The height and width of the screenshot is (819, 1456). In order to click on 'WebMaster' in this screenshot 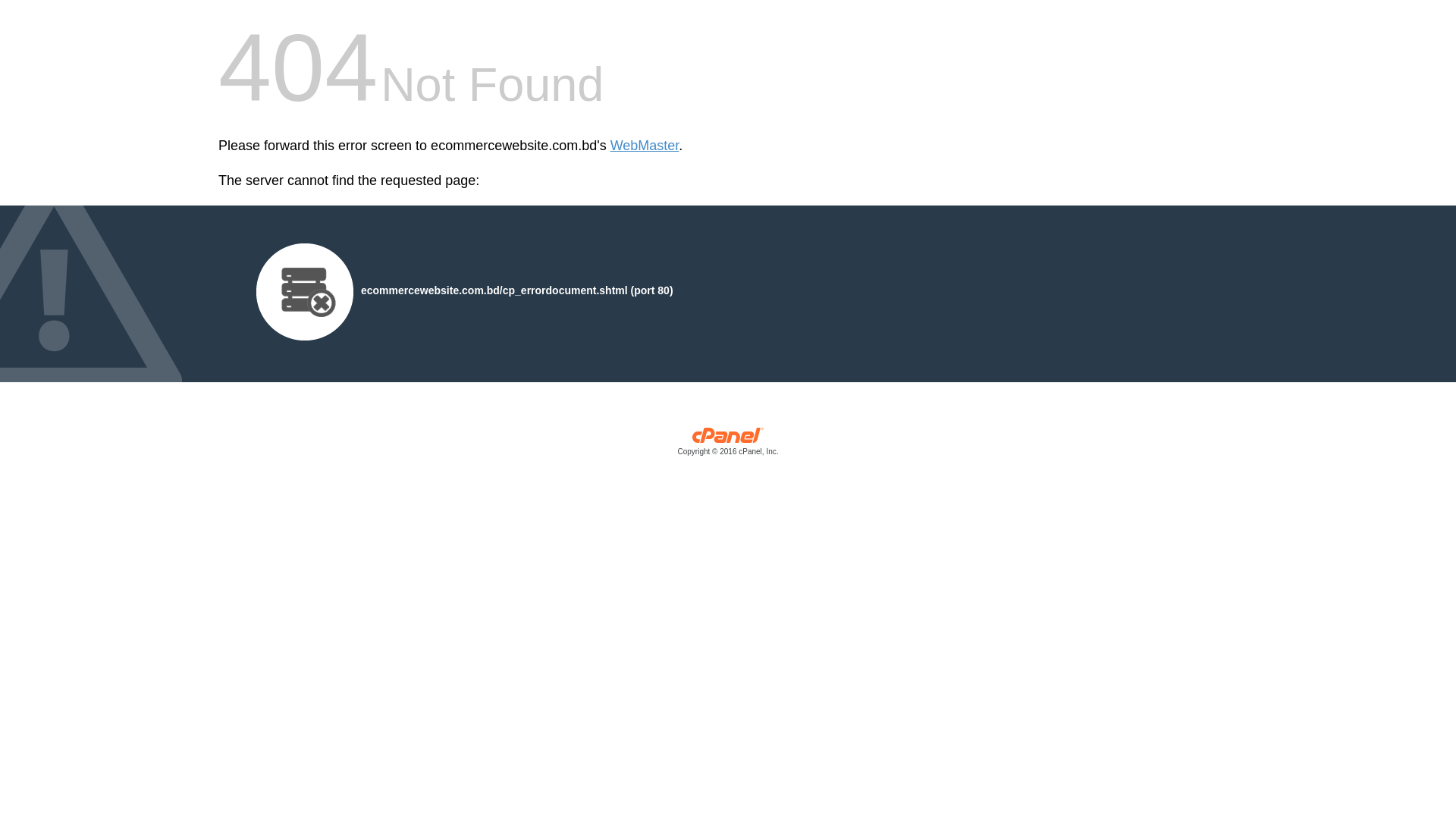, I will do `click(645, 146)`.